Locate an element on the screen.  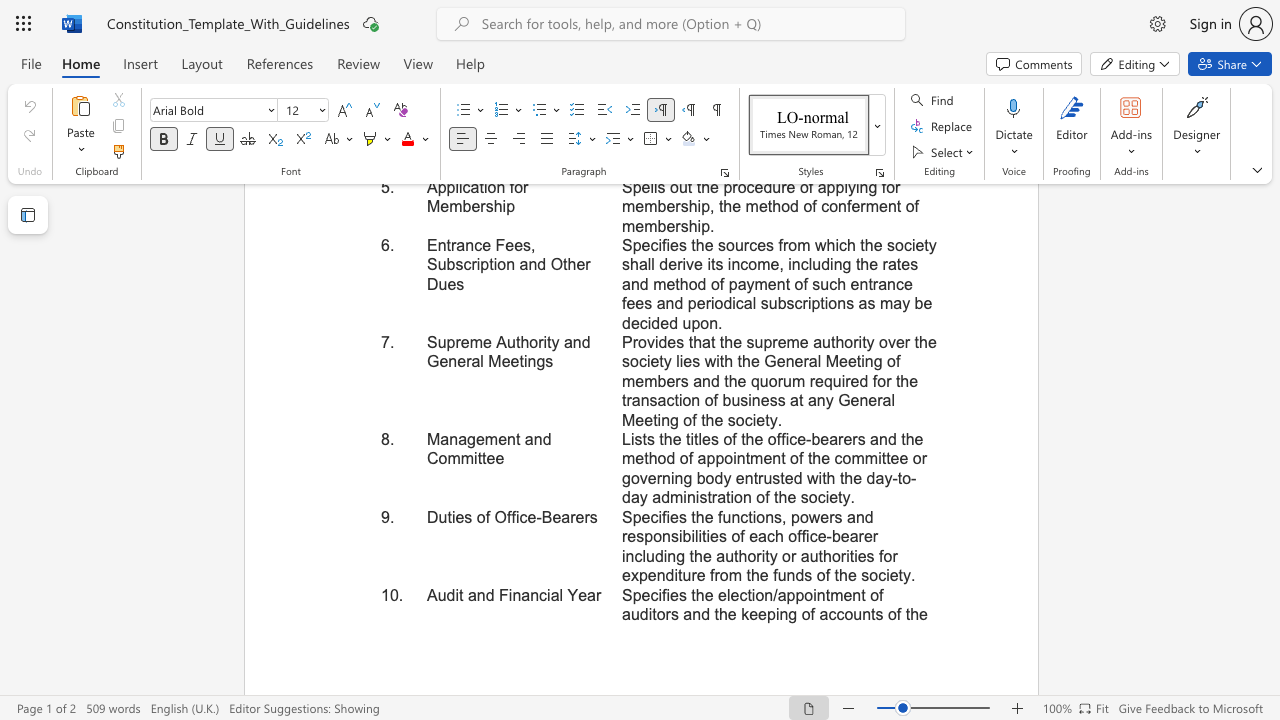
the subset text "e funds of the societ" within the text "Specifies the functions, powers and responsibilities of each office-bearer including the authority or authorities for expenditure from the funds of the society." is located at coordinates (758, 575).